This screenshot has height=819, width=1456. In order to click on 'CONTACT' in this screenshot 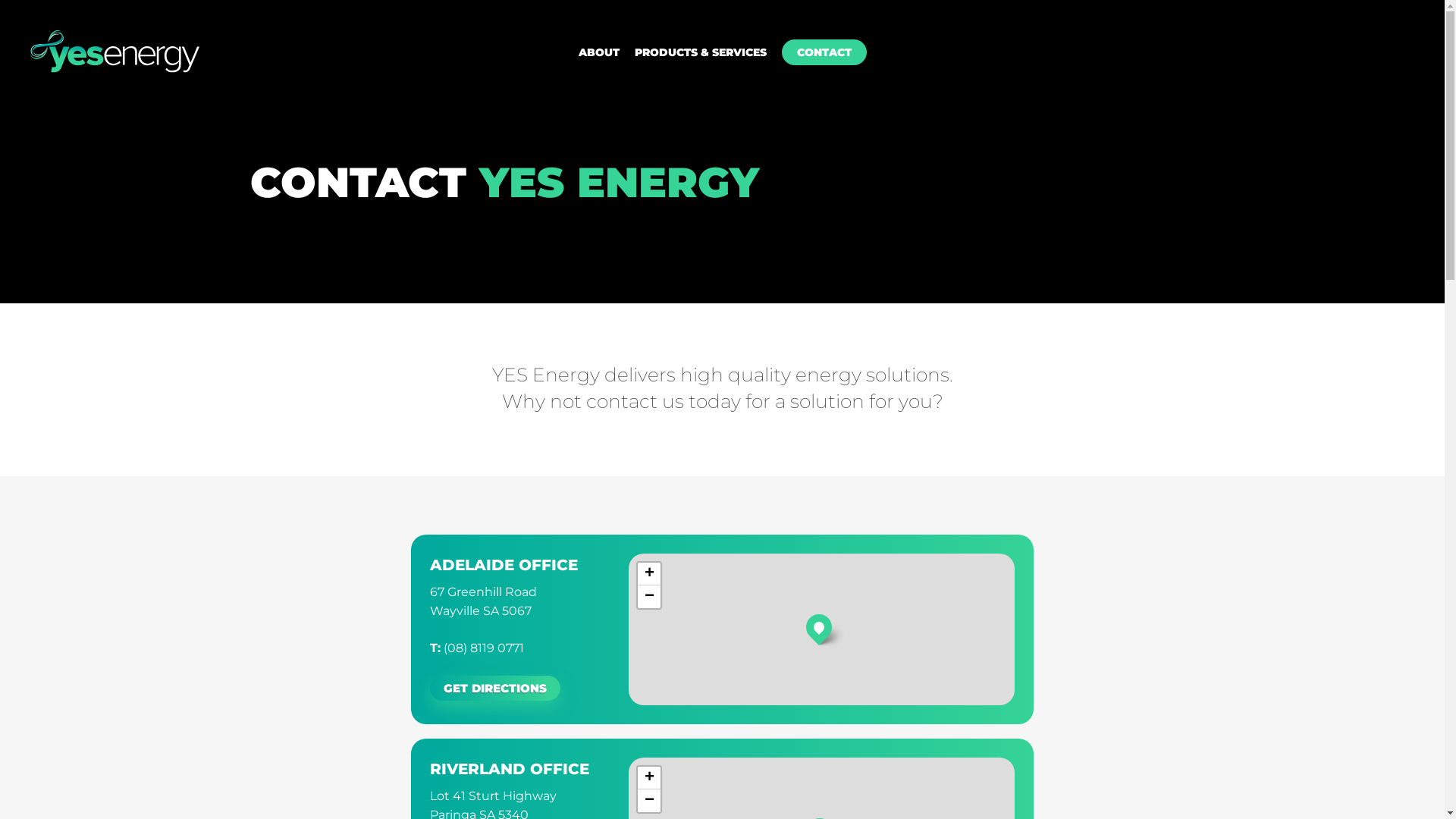, I will do `click(822, 52)`.